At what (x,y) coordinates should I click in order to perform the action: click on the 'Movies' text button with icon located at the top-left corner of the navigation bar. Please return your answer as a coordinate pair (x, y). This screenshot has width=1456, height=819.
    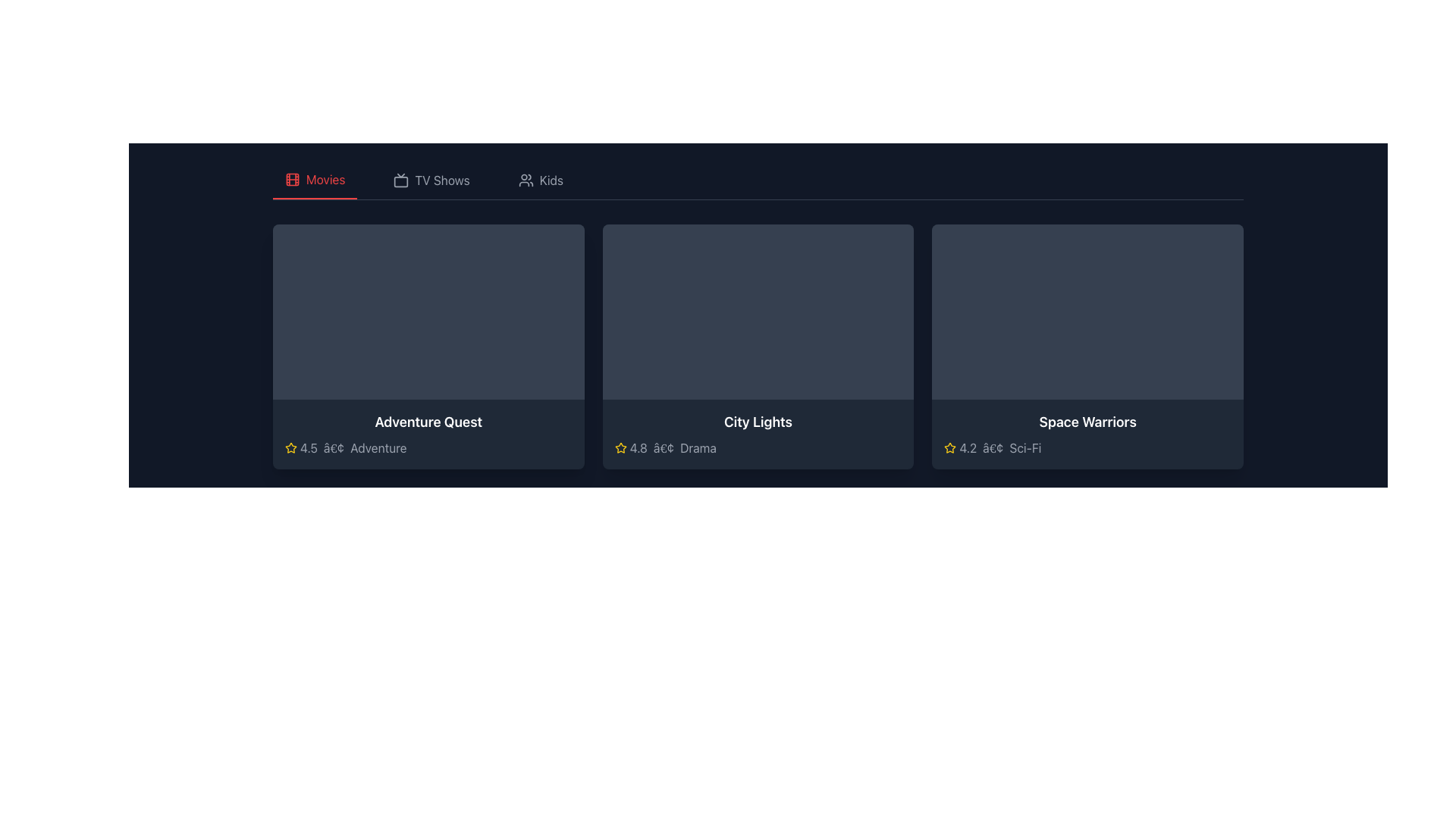
    Looking at the image, I should click on (314, 180).